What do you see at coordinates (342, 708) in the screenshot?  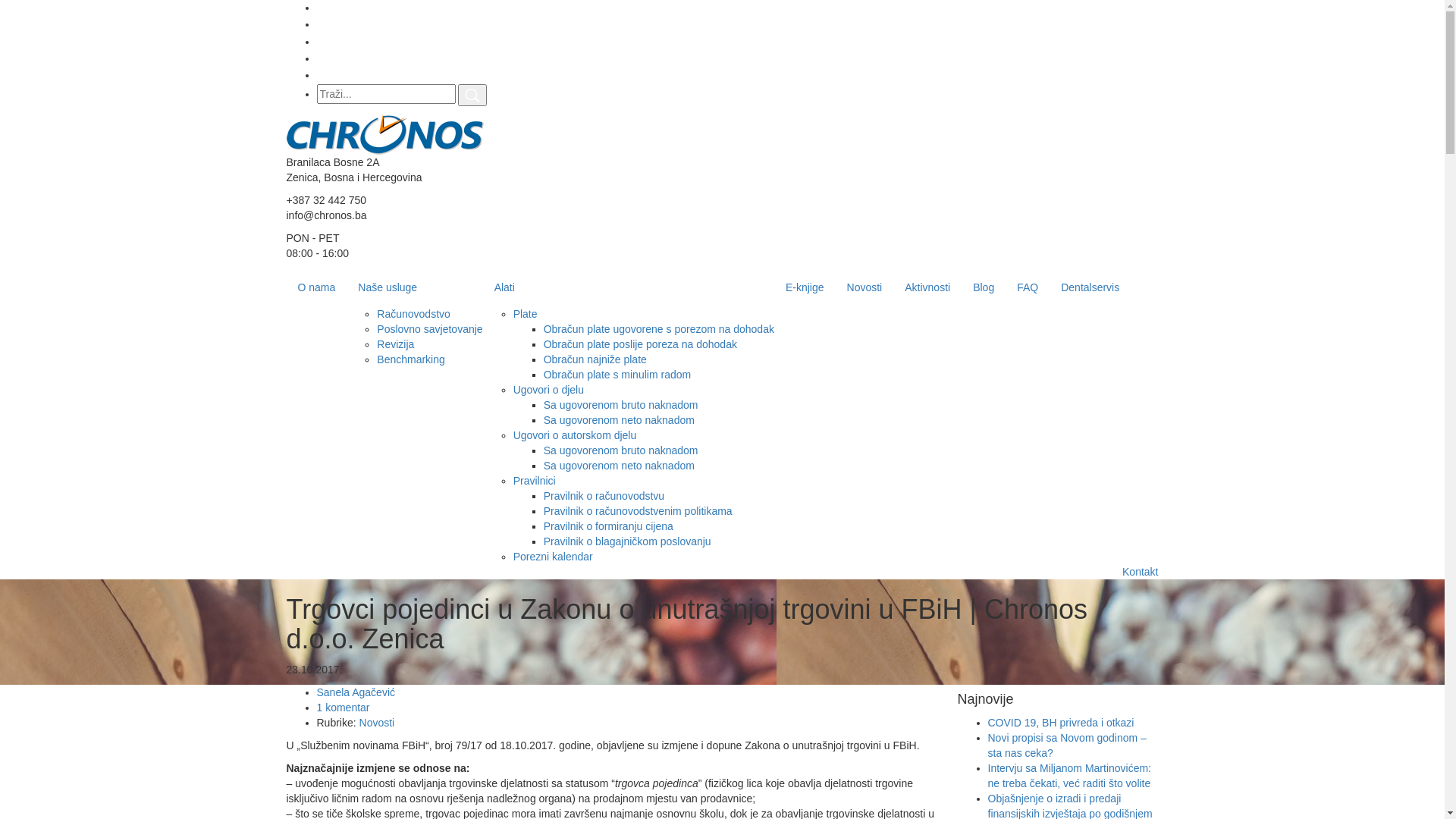 I see `'1 komentar'` at bounding box center [342, 708].